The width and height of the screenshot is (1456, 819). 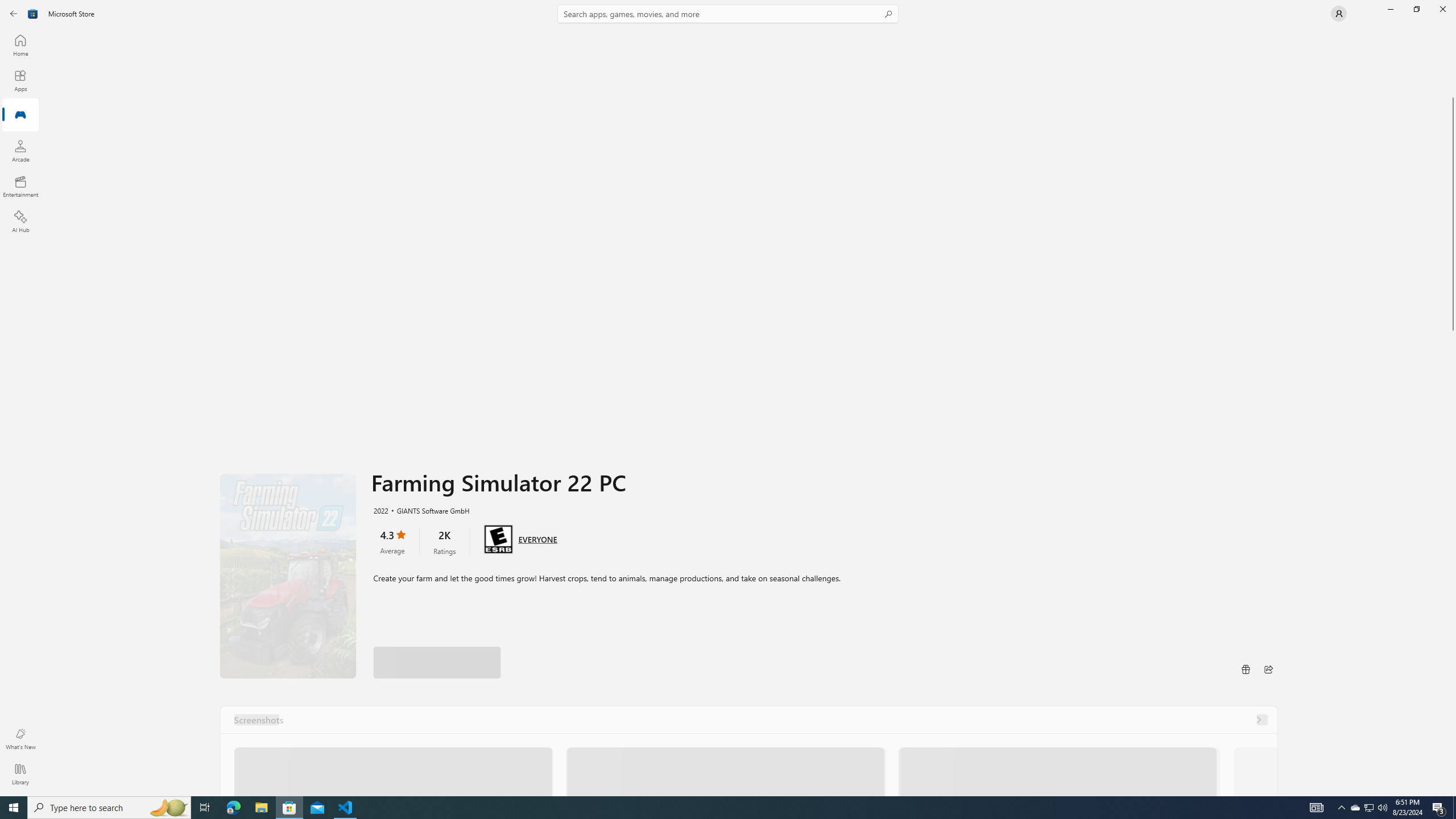 I want to click on '2022', so click(x=380, y=510).